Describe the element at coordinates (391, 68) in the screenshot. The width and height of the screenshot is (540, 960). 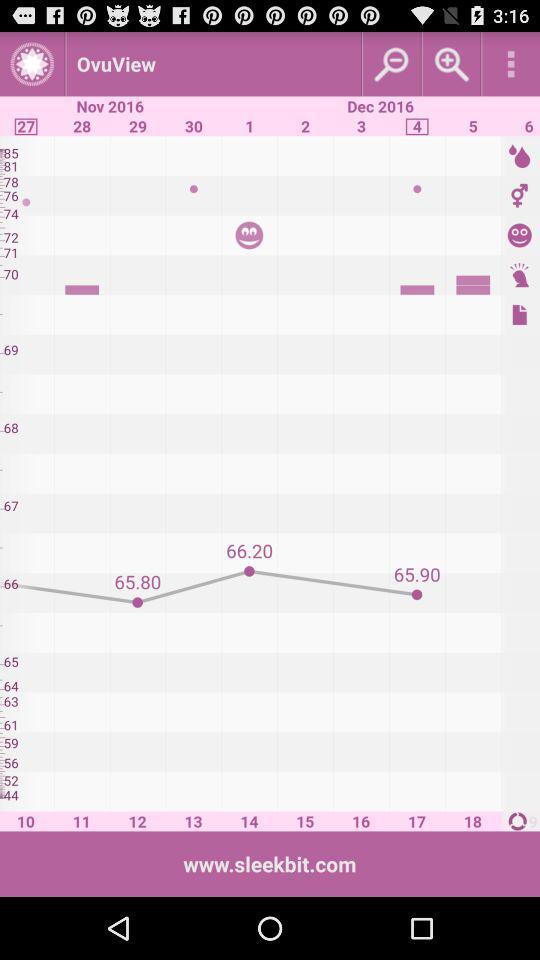
I see `the zoom_out icon` at that location.